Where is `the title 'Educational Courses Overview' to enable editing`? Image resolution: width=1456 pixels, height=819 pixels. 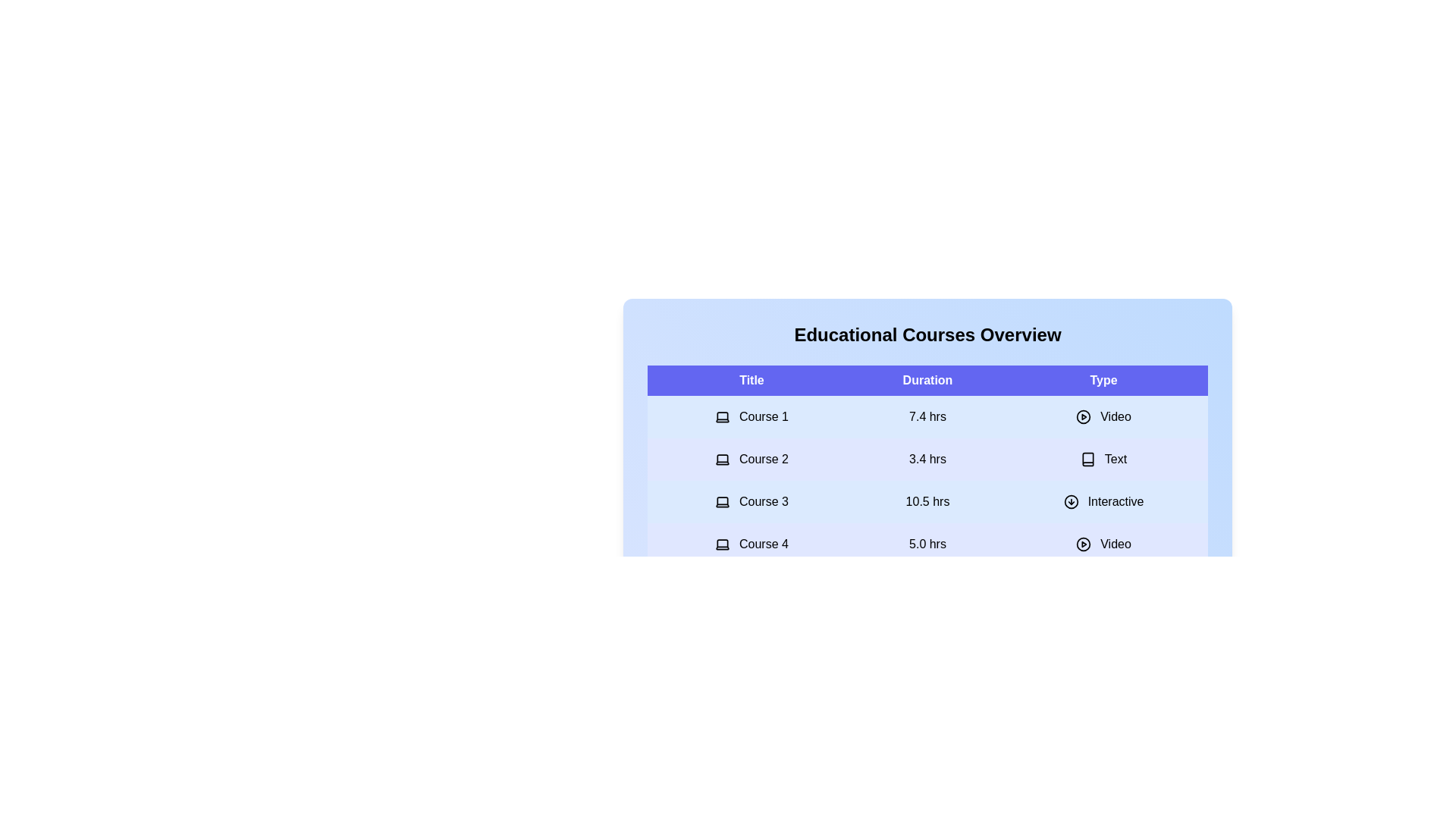
the title 'Educational Courses Overview' to enable editing is located at coordinates (927, 334).